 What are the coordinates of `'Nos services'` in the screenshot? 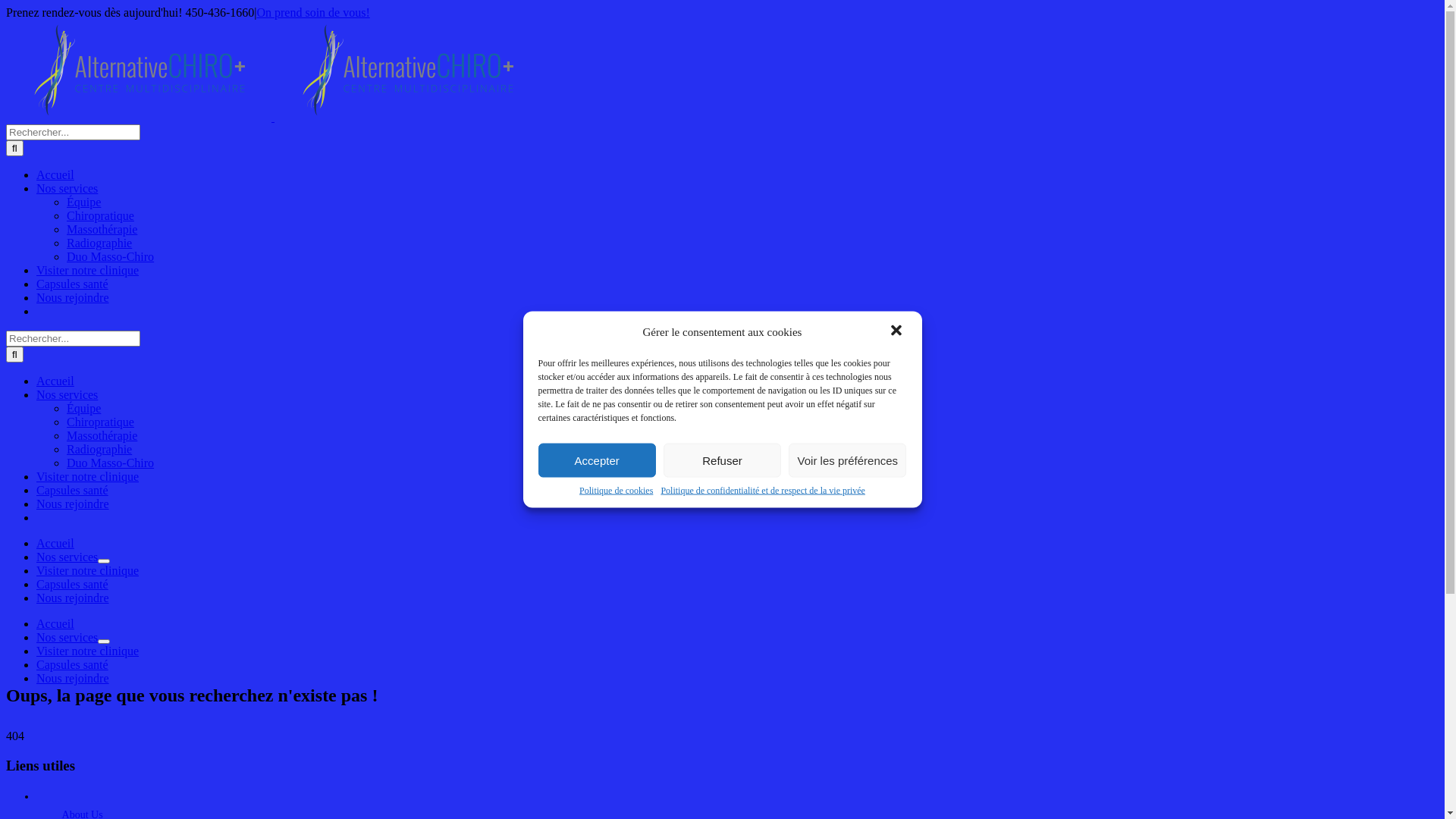 It's located at (66, 637).